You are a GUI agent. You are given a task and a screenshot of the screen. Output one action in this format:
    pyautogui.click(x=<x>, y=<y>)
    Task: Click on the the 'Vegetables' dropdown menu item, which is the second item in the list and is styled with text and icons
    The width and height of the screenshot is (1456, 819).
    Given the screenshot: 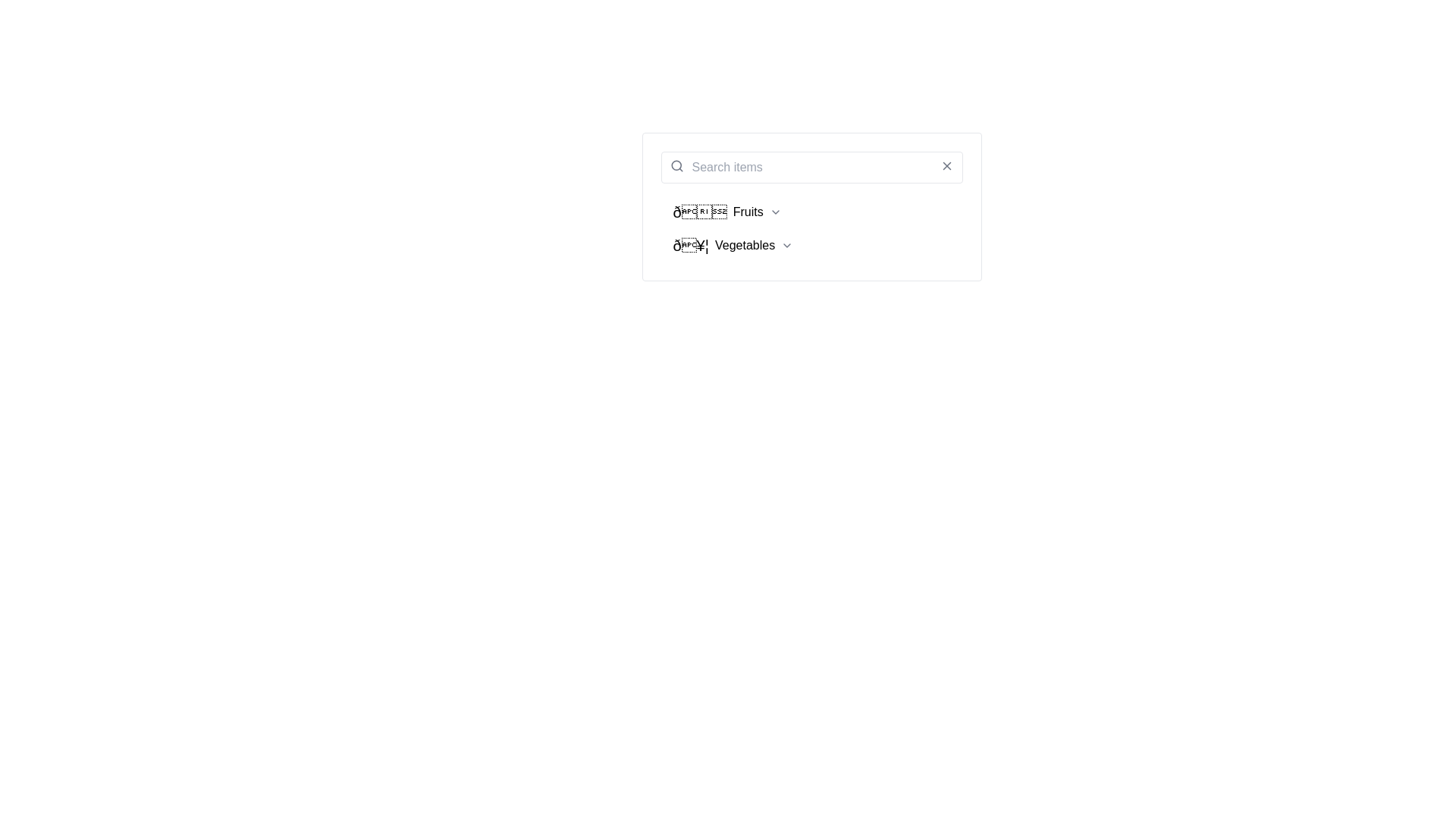 What is the action you would take?
    pyautogui.click(x=733, y=245)
    